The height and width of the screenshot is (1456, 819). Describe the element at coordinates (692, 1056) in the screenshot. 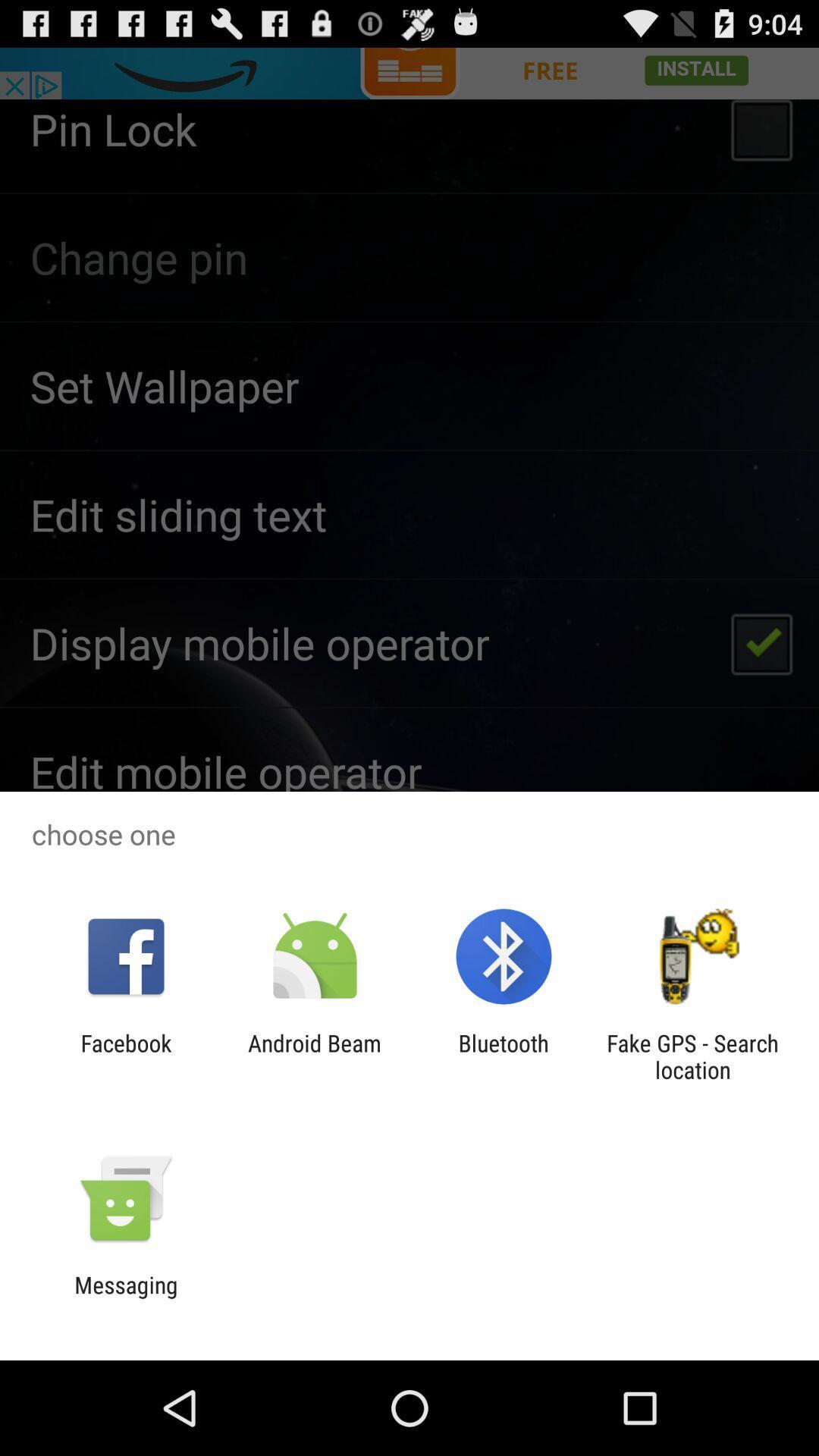

I see `icon to the right of bluetooth icon` at that location.